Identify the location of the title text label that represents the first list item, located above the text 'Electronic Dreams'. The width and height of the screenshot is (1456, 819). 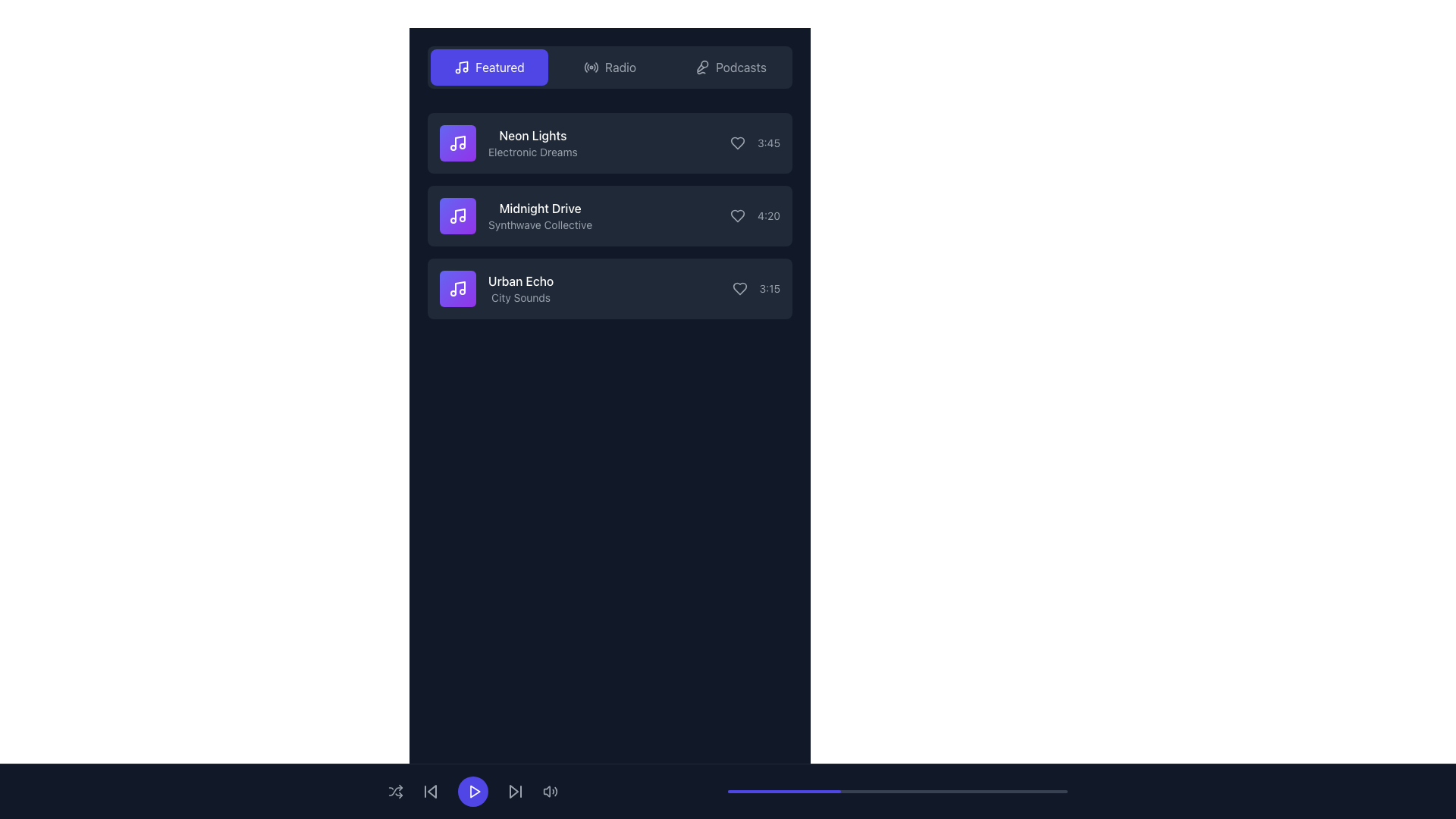
(532, 134).